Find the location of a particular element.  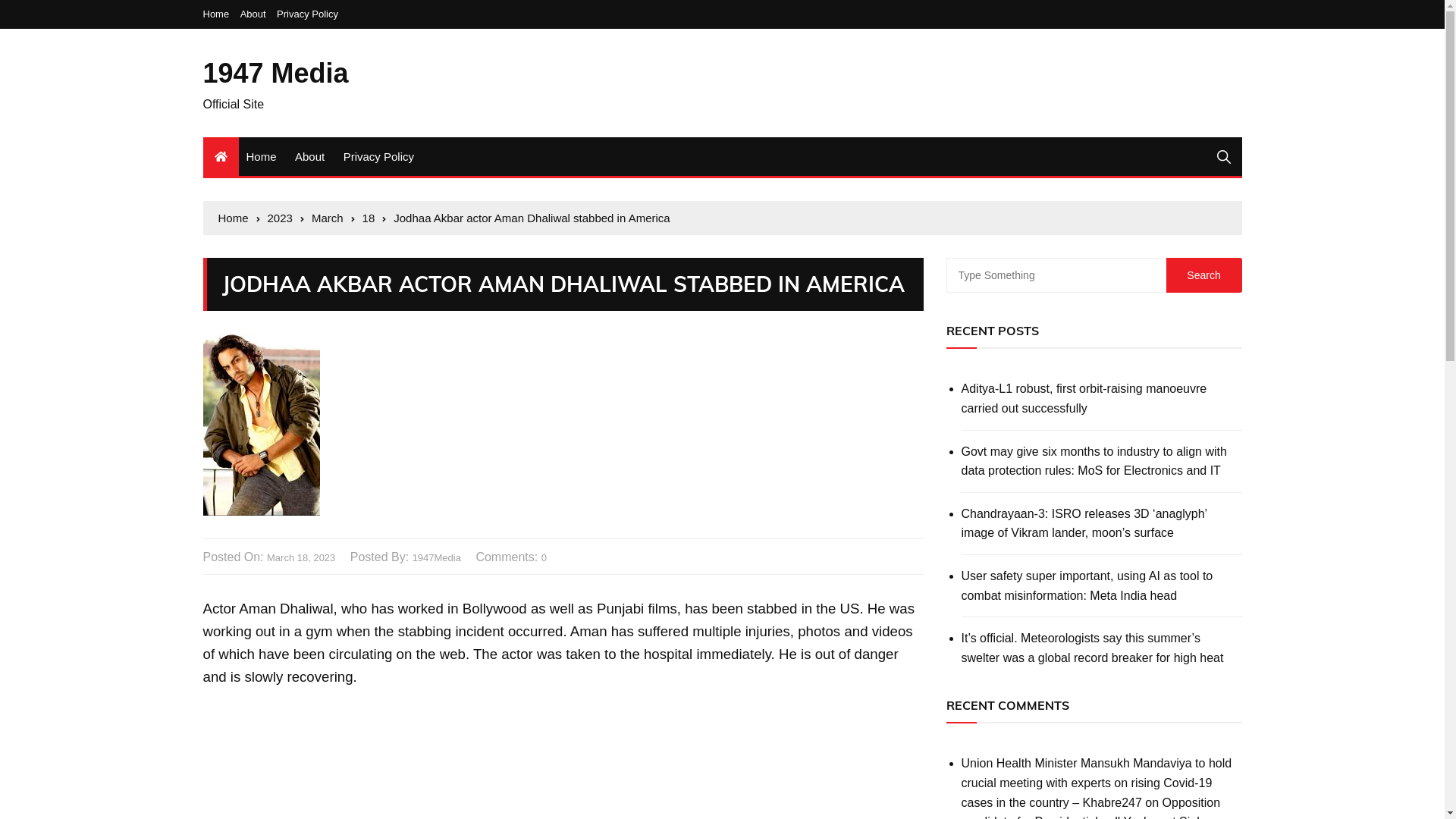

'1947Media' is located at coordinates (436, 558).